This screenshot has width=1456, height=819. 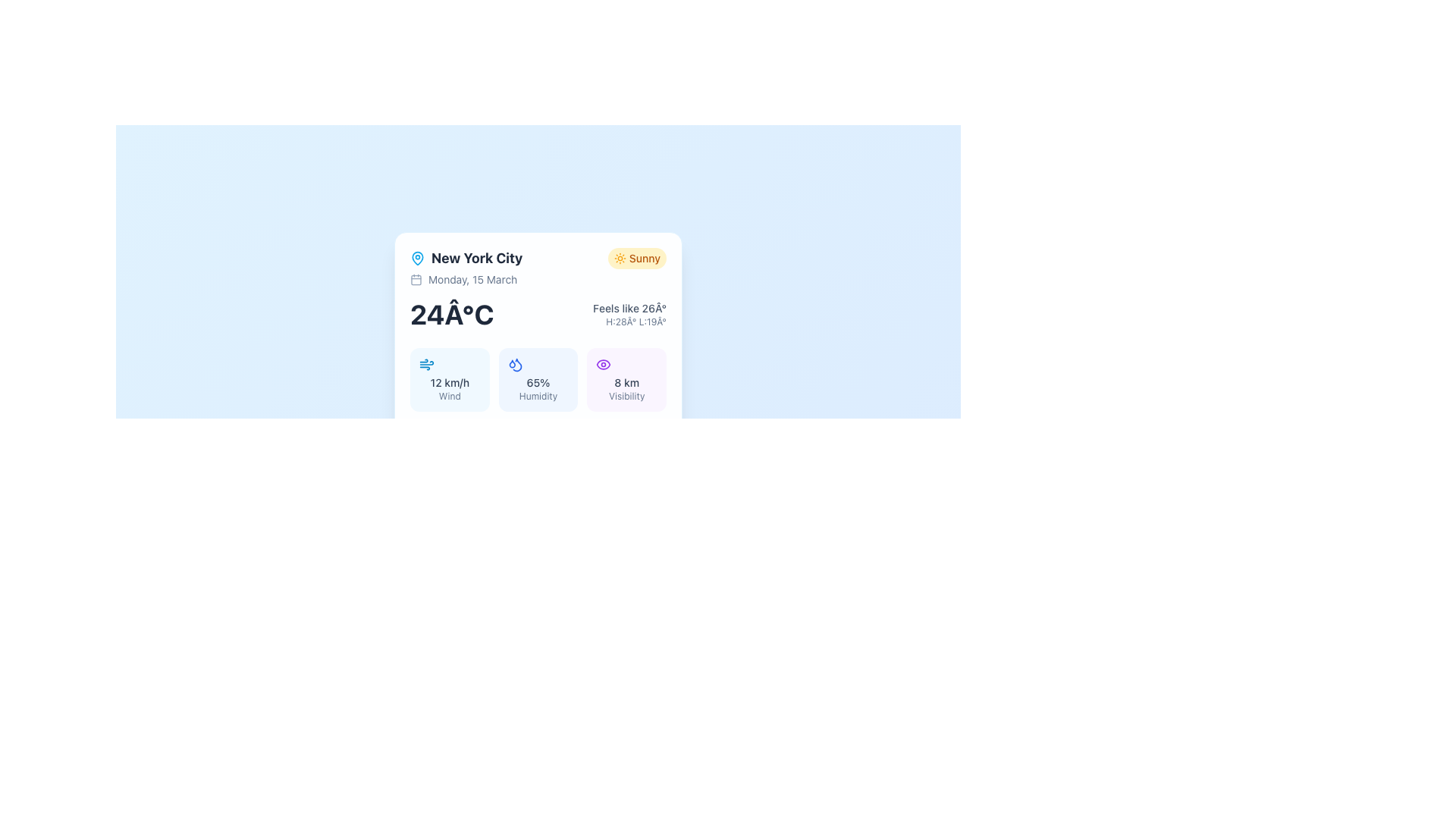 What do you see at coordinates (538, 396) in the screenshot?
I see `text from the Text Label that describes the numerical value of humidity, which is located below the '65%' text in a blue card` at bounding box center [538, 396].